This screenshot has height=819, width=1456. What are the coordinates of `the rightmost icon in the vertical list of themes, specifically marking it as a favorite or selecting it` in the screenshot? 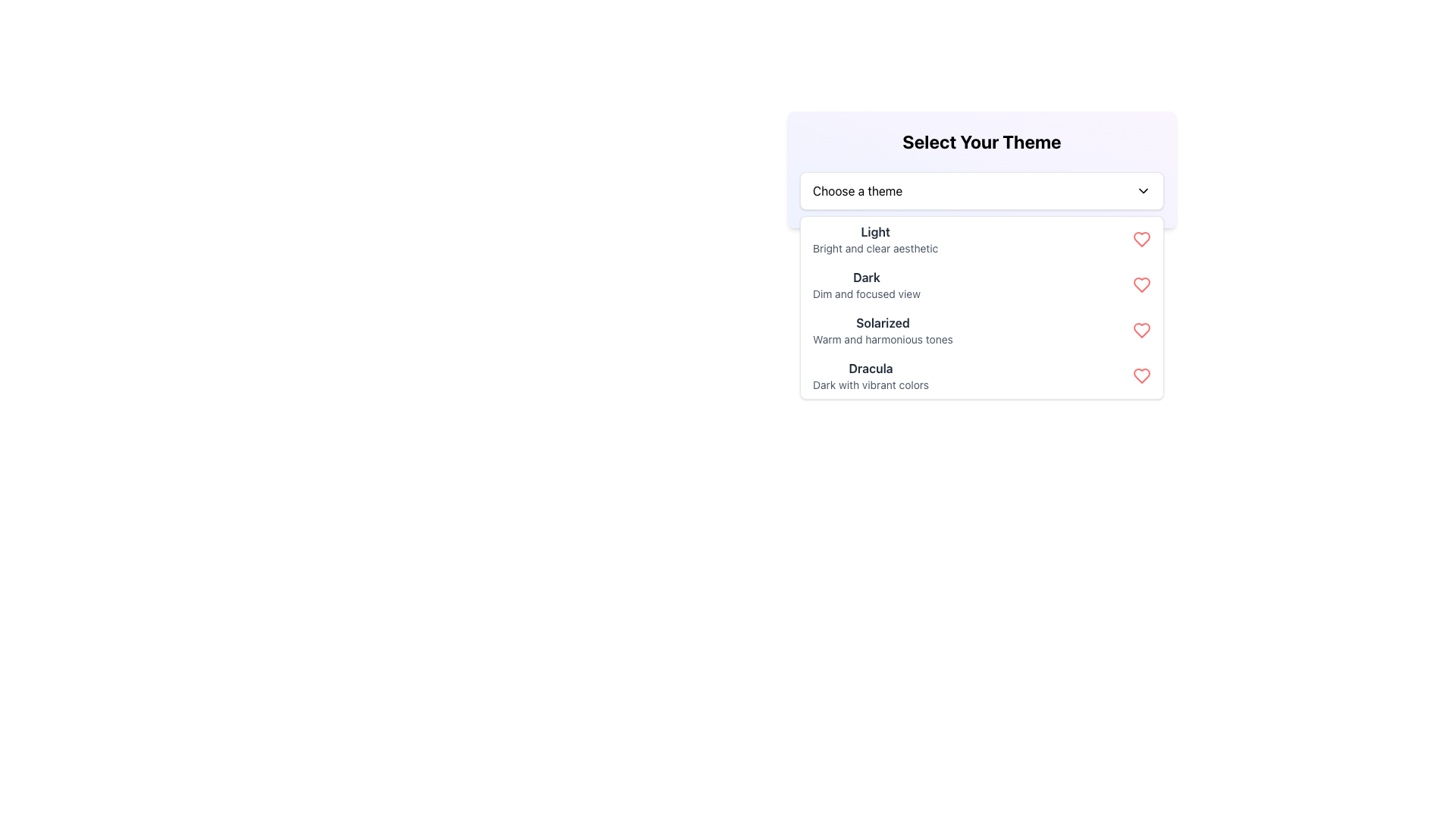 It's located at (1142, 375).